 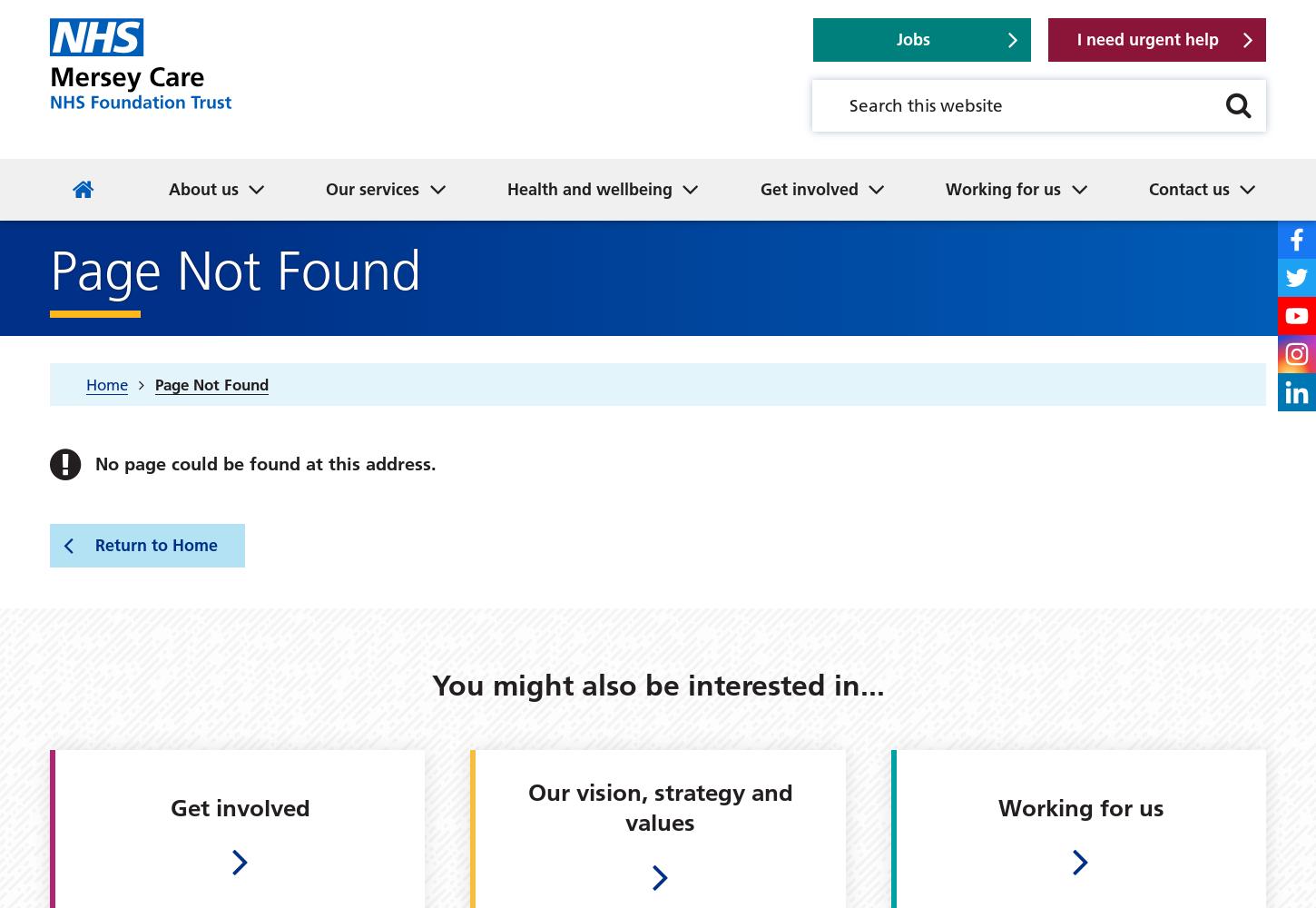 What do you see at coordinates (607, 81) in the screenshot?
I see `'Great place to live and work'` at bounding box center [607, 81].